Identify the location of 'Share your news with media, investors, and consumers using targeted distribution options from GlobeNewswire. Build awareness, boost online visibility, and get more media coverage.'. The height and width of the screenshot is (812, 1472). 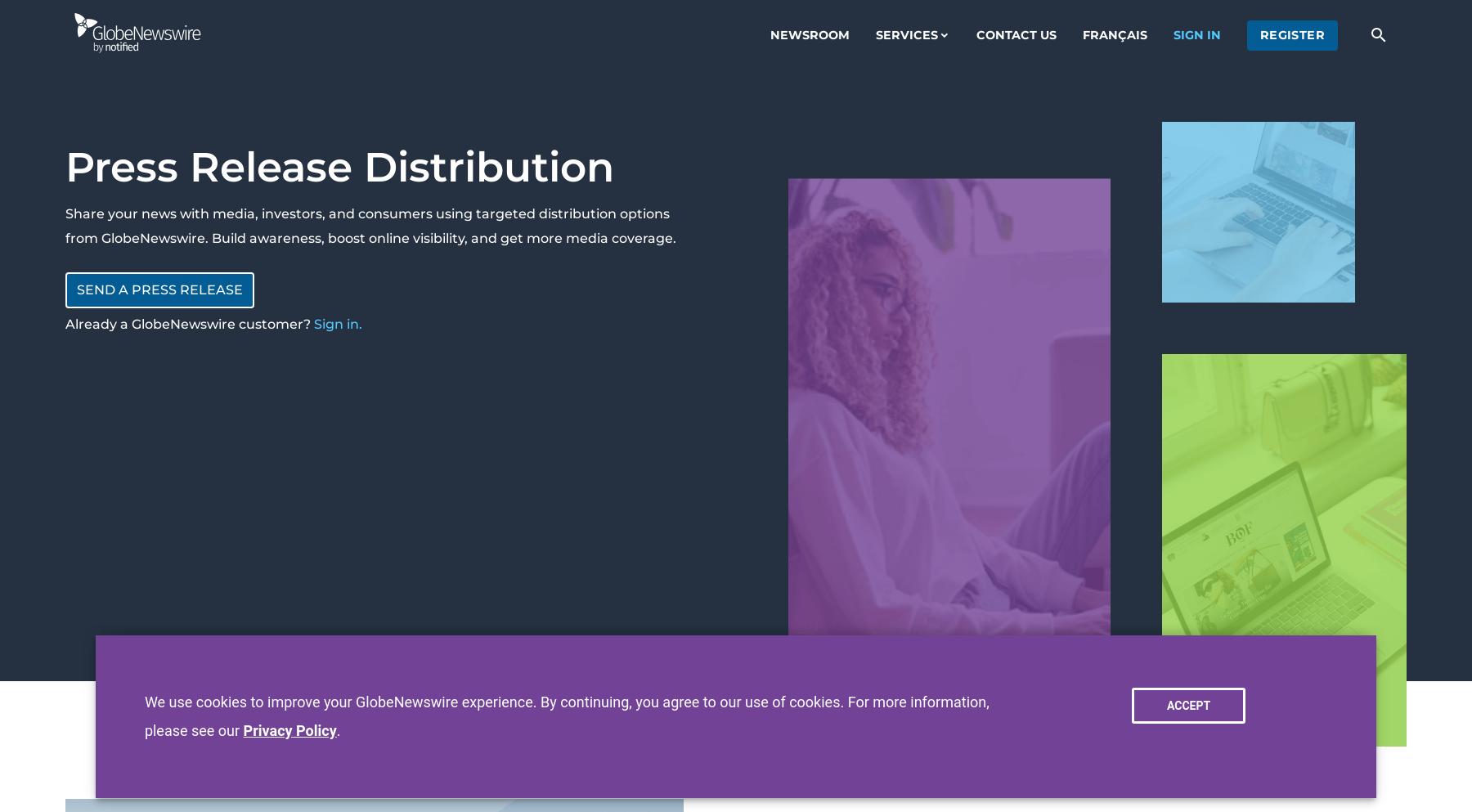
(370, 226).